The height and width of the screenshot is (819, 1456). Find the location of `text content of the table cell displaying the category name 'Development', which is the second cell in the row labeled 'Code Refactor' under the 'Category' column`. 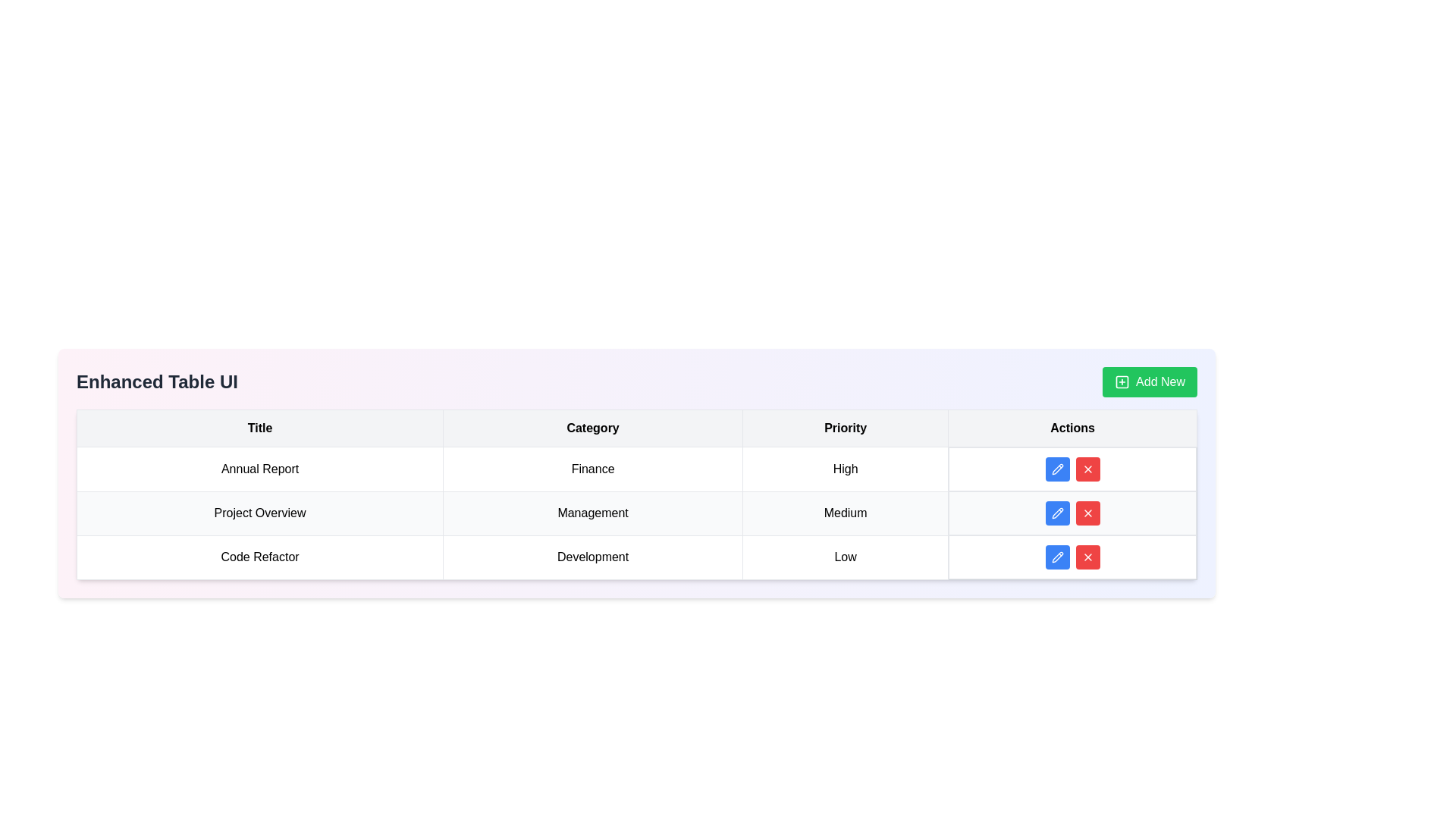

text content of the table cell displaying the category name 'Development', which is the second cell in the row labeled 'Code Refactor' under the 'Category' column is located at coordinates (592, 557).